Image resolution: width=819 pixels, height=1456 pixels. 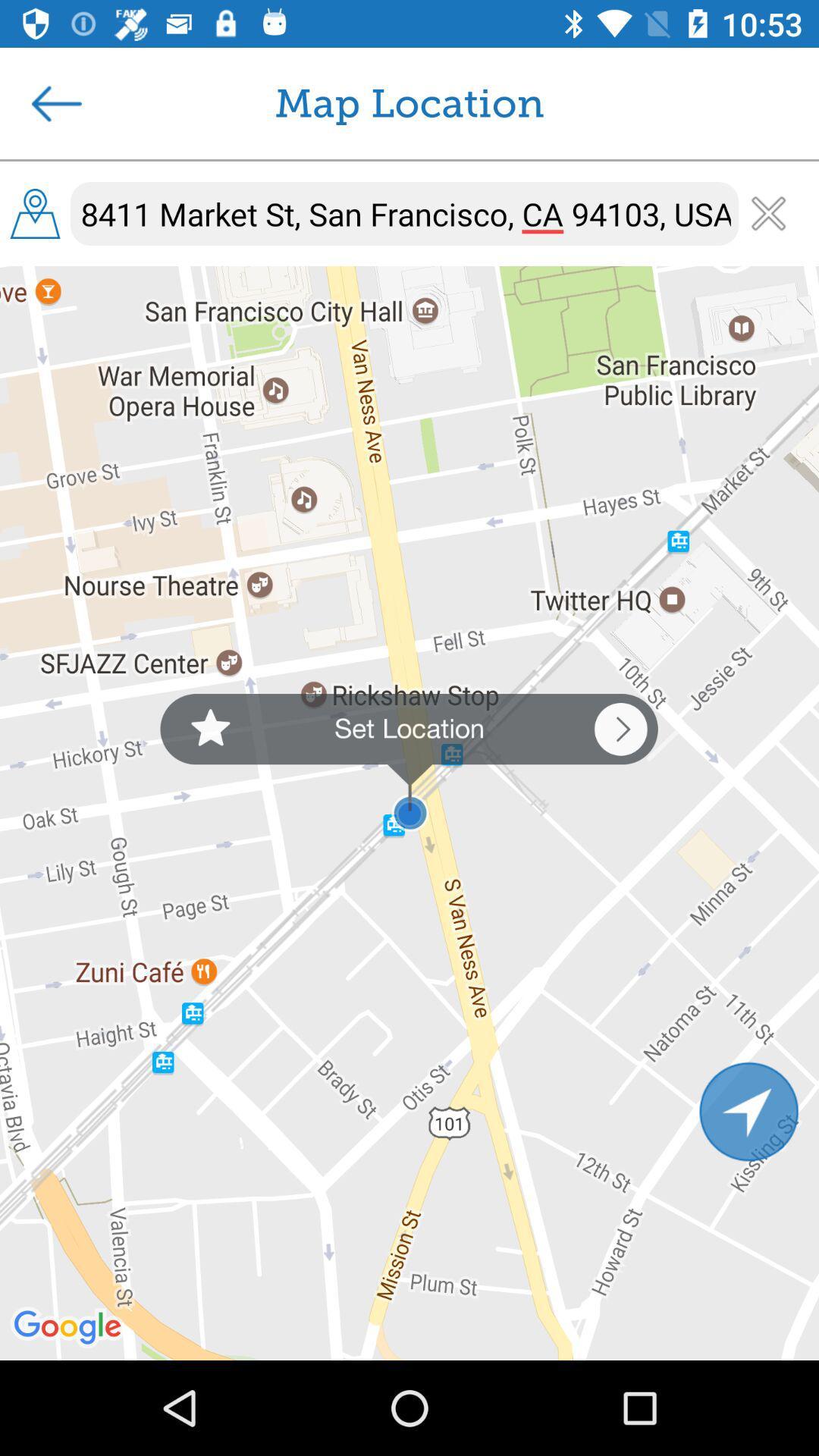 I want to click on the icon below 8411 market st, so click(x=408, y=763).